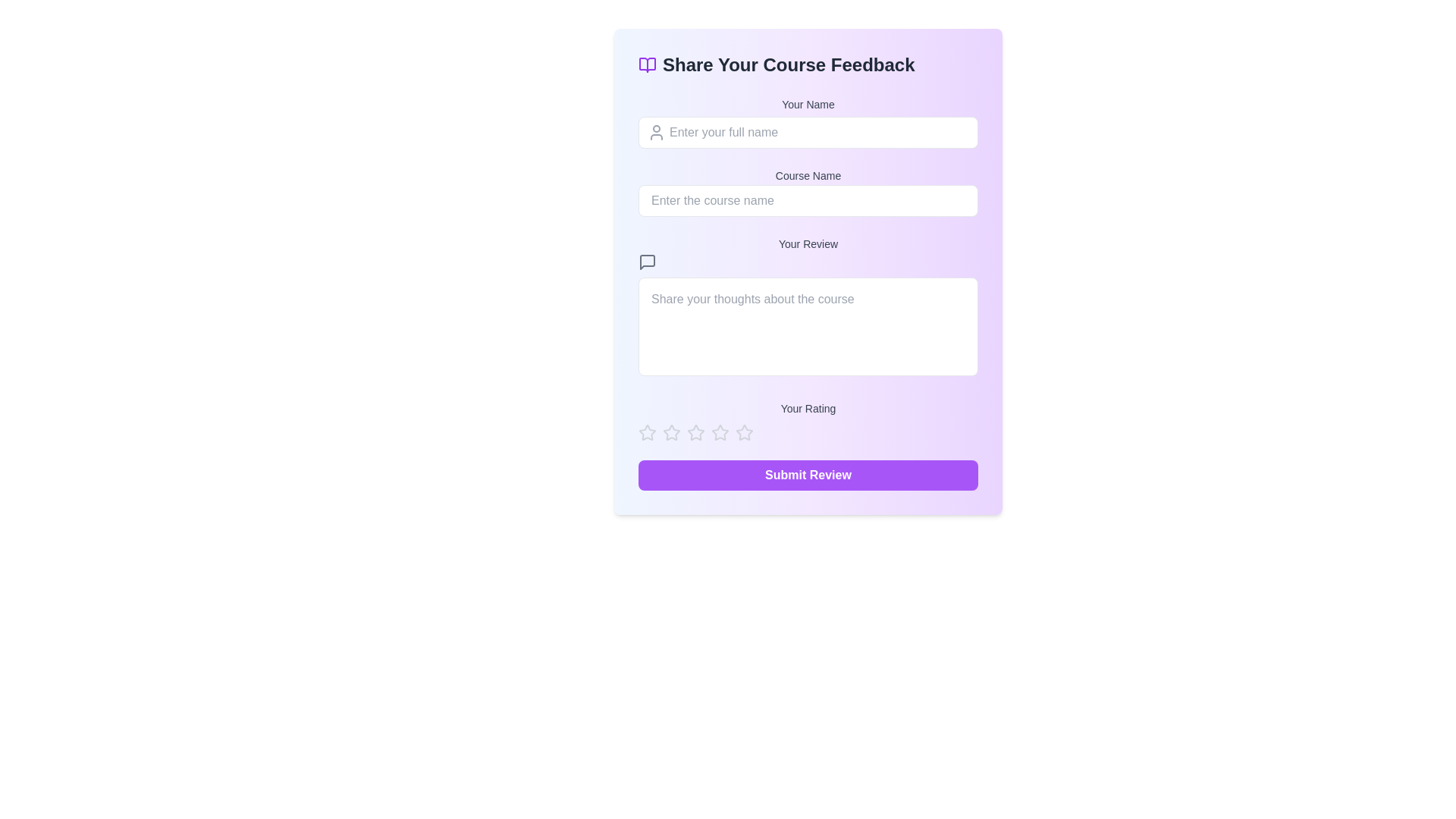 This screenshot has width=1456, height=819. I want to click on text from the Text Label located below the 'Course Name' text box and above the review input area, which indicates the purpose of the text area, so click(807, 243).